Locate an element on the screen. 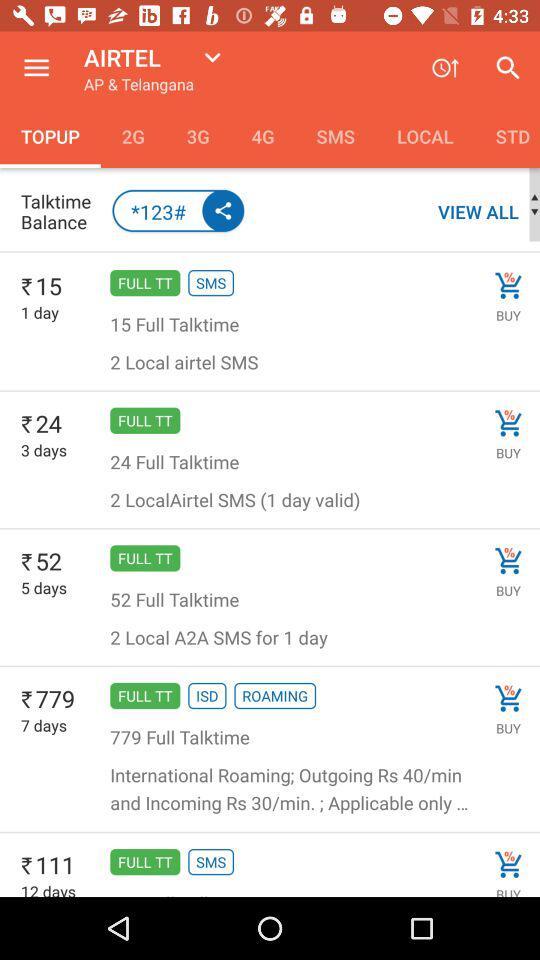 Image resolution: width=540 pixels, height=960 pixels. the icon next to 4g icon is located at coordinates (198, 135).